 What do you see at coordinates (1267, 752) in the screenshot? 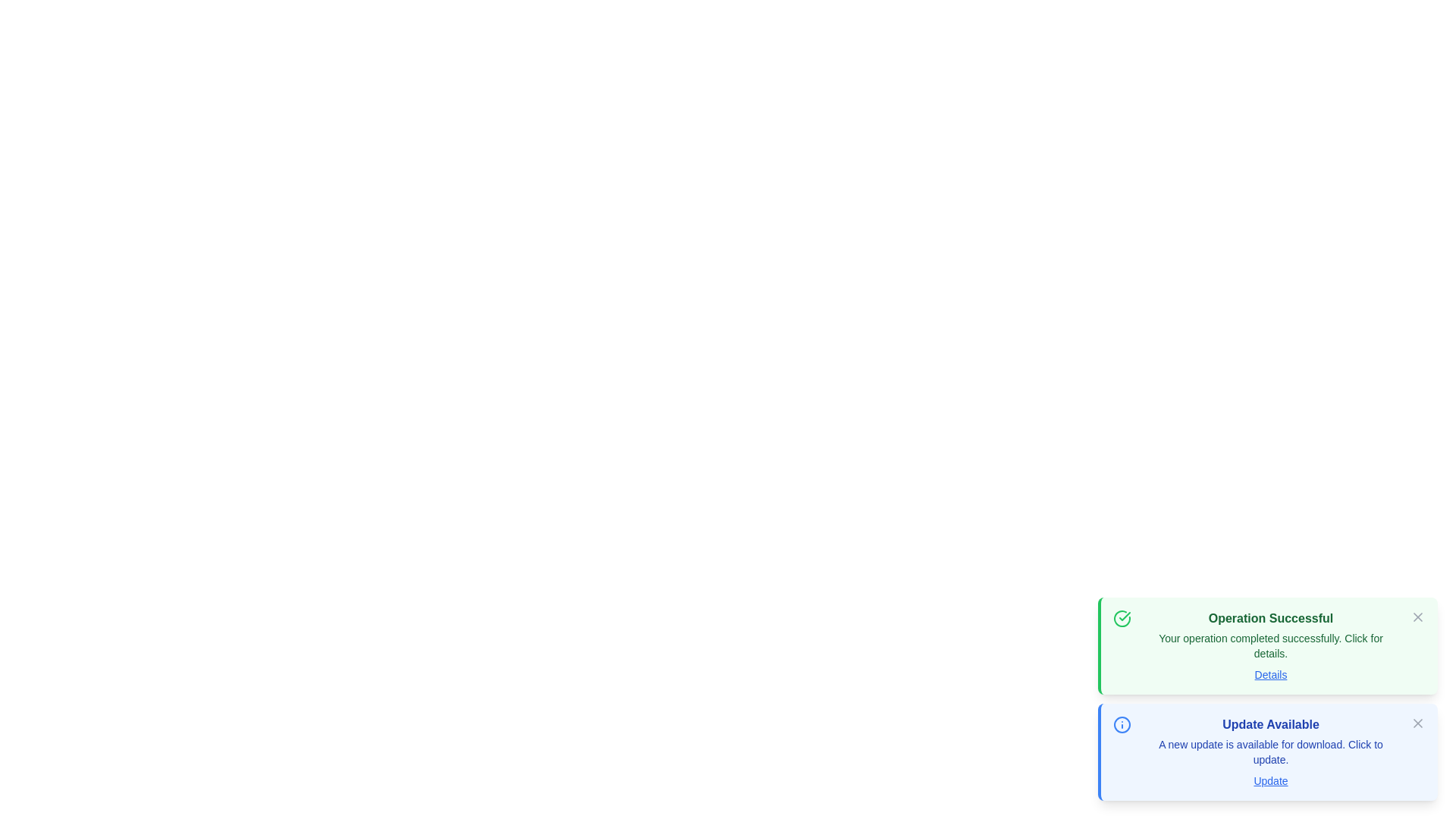
I see `the 'Update' link in the notification box titled 'Update Available' to initiate the update` at bounding box center [1267, 752].